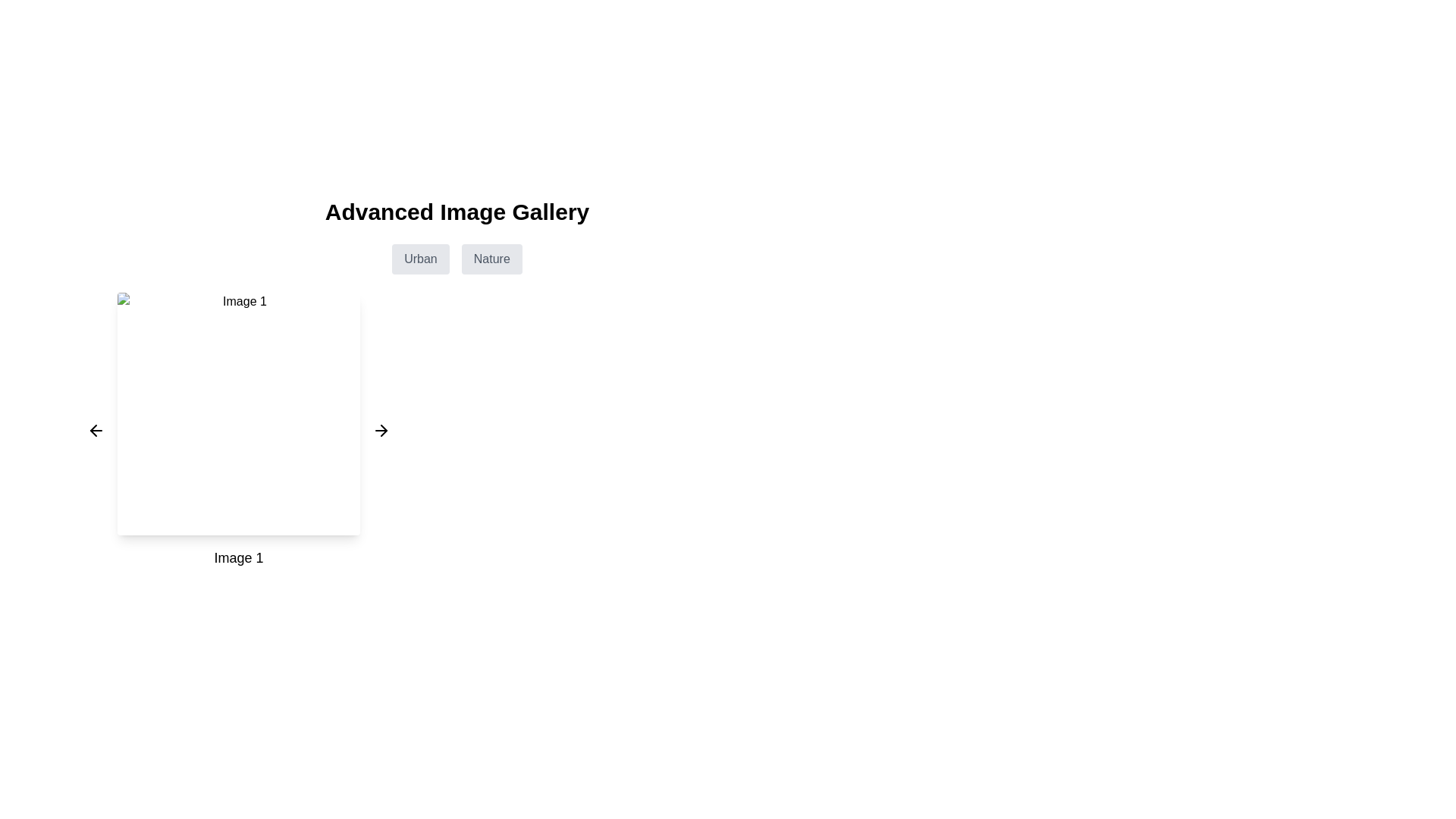 Image resolution: width=1456 pixels, height=819 pixels. Describe the element at coordinates (95, 430) in the screenshot. I see `the leftward arrow button, which is styled in a minimalistic design with a thin black stroke` at that location.